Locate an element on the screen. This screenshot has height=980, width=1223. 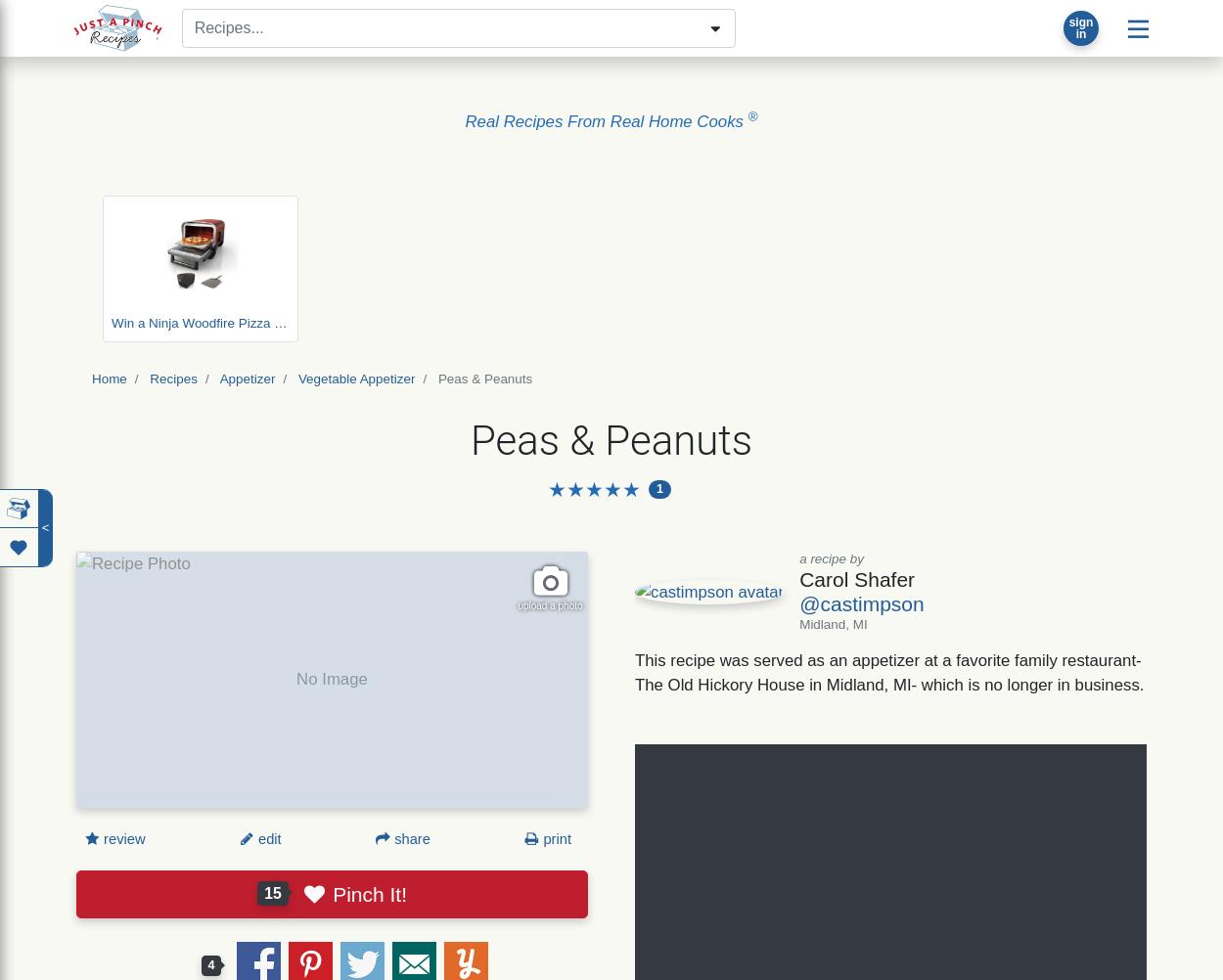
'@castimpson' is located at coordinates (861, 602).